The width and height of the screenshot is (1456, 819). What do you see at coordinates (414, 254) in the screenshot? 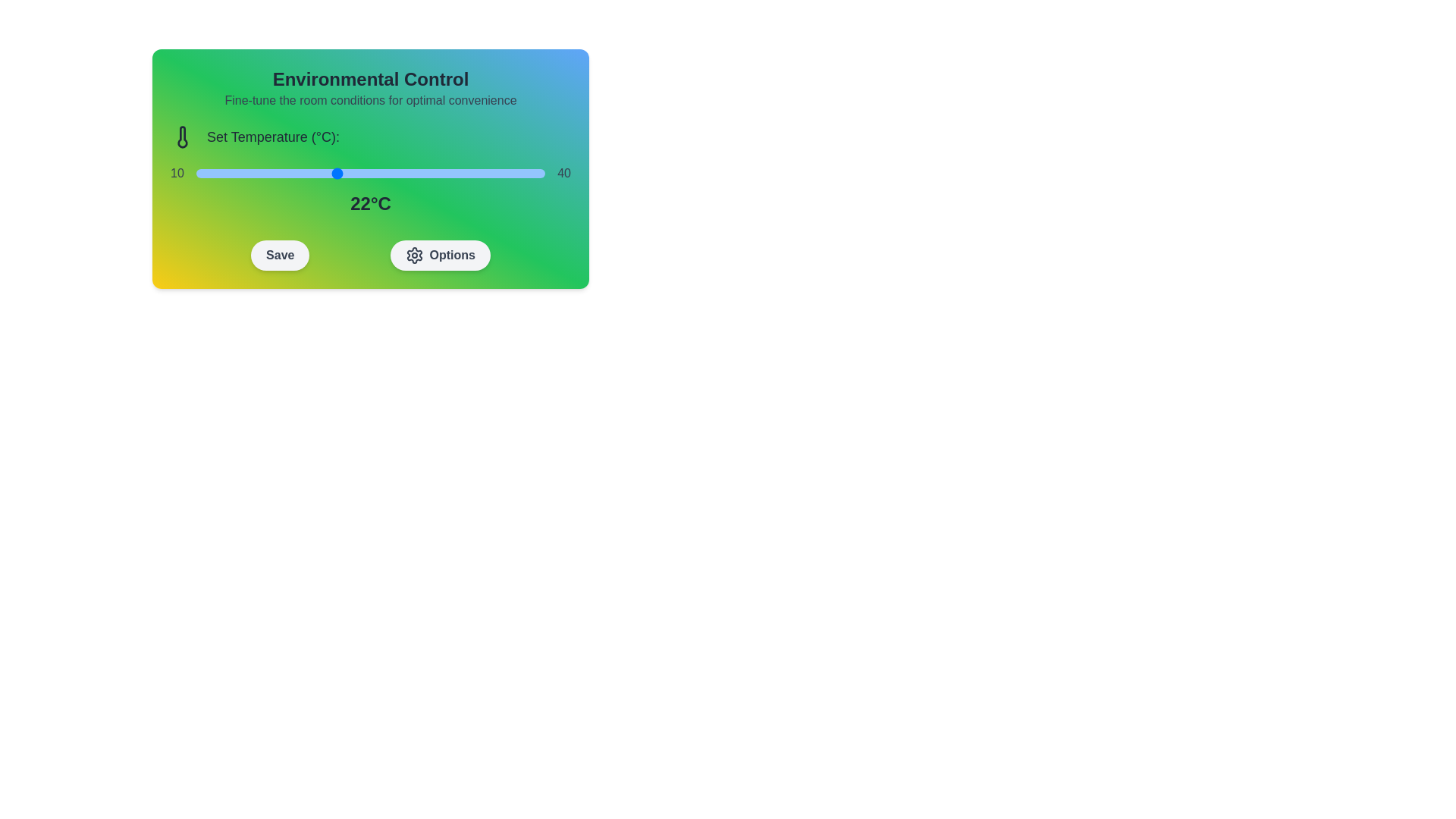
I see `the gear icon within the 'Options' button` at bounding box center [414, 254].